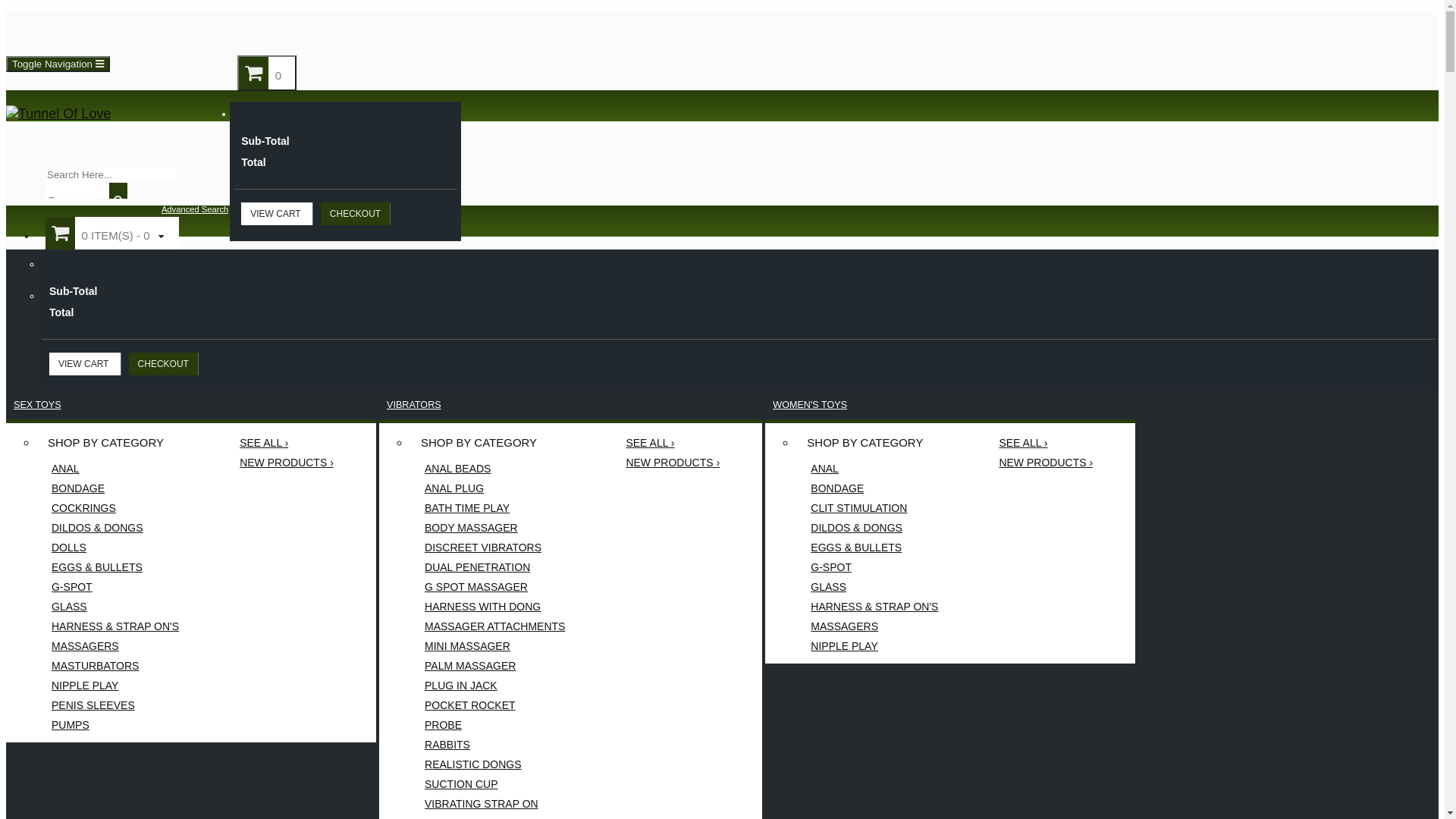  What do you see at coordinates (36, 488) in the screenshot?
I see `'BONDAGE'` at bounding box center [36, 488].